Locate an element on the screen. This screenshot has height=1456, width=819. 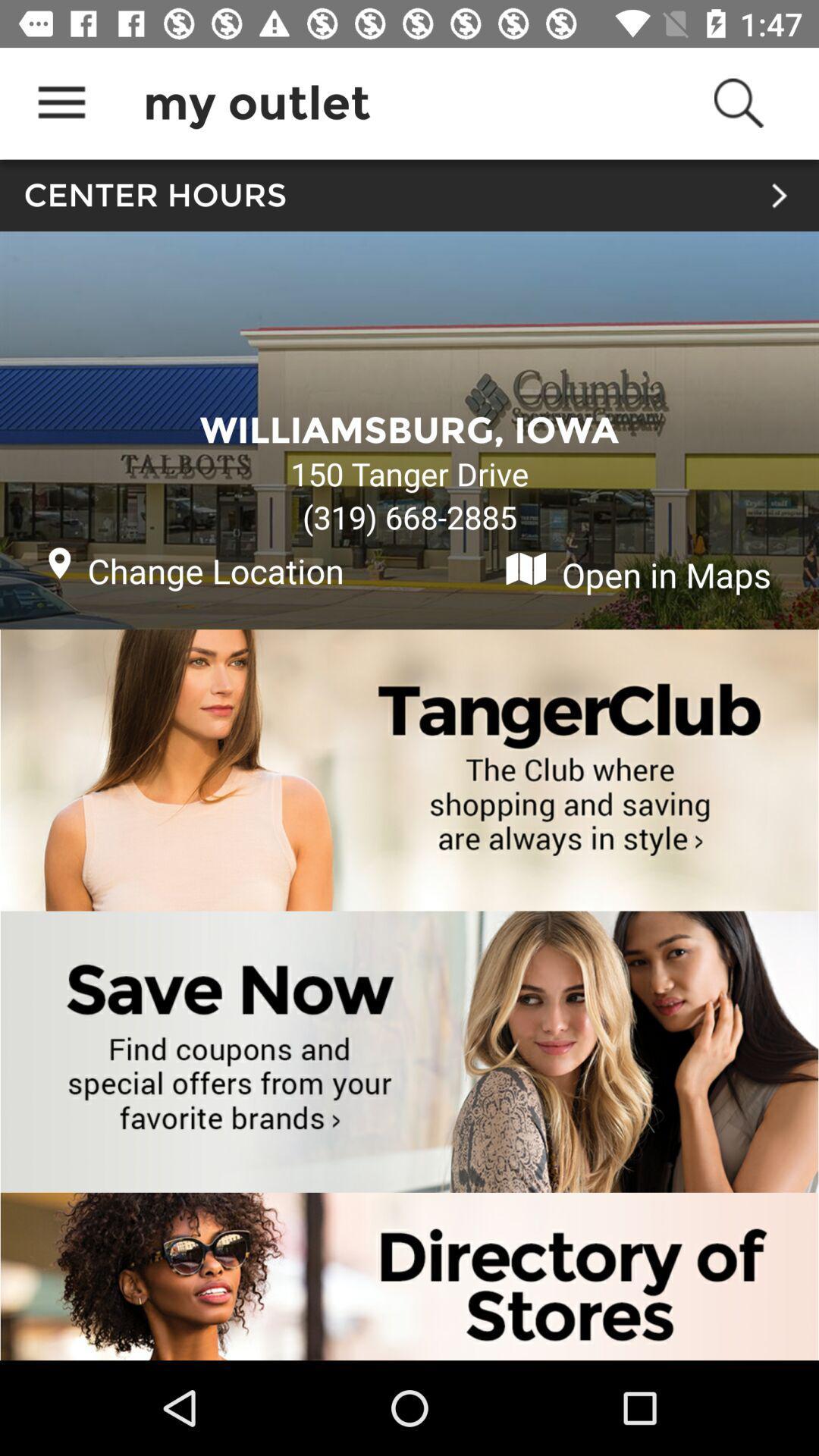
the item at the top left corner is located at coordinates (61, 102).